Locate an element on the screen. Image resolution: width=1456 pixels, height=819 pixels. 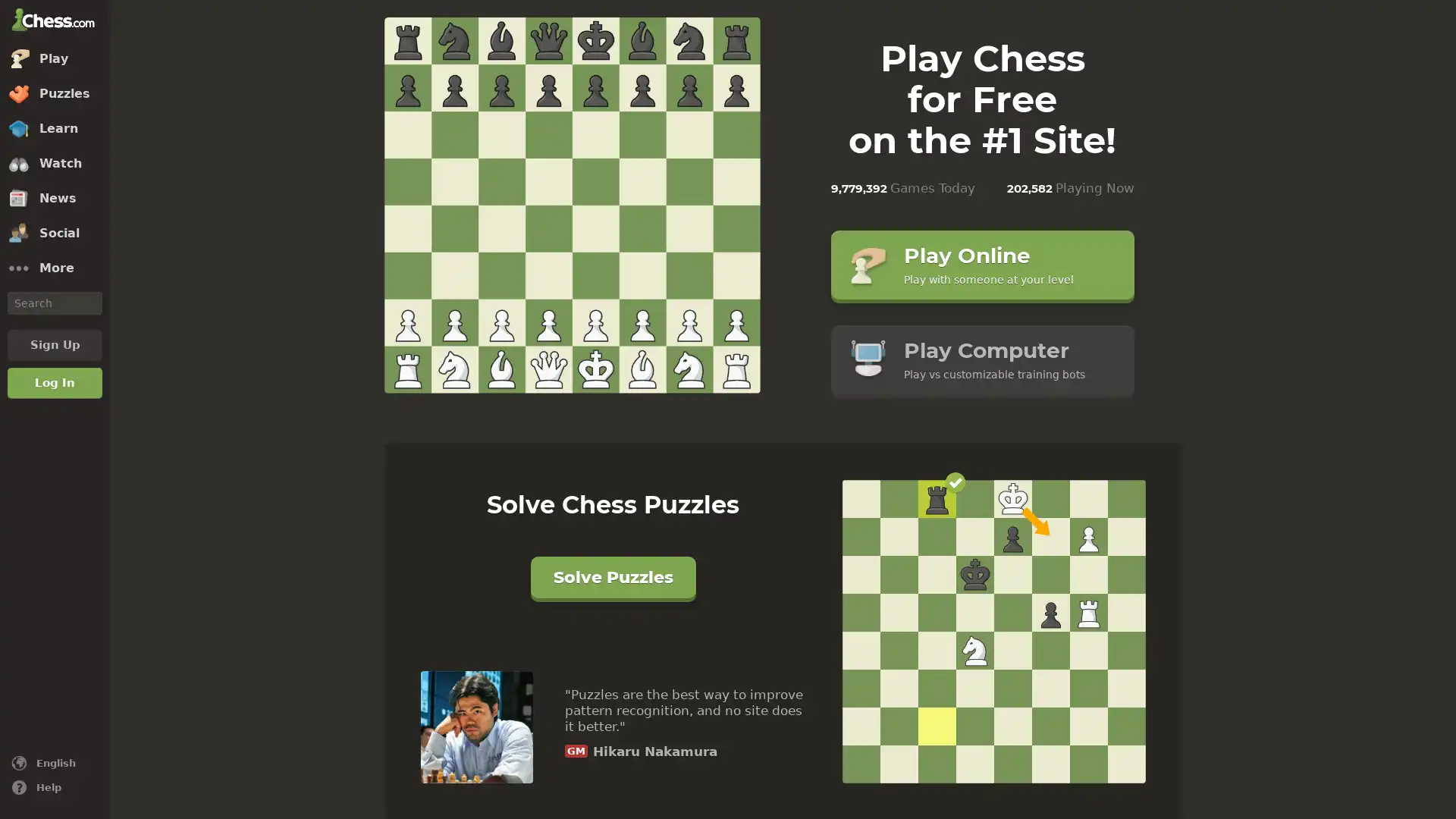
Play Online Play with someone at your level is located at coordinates (982, 263).